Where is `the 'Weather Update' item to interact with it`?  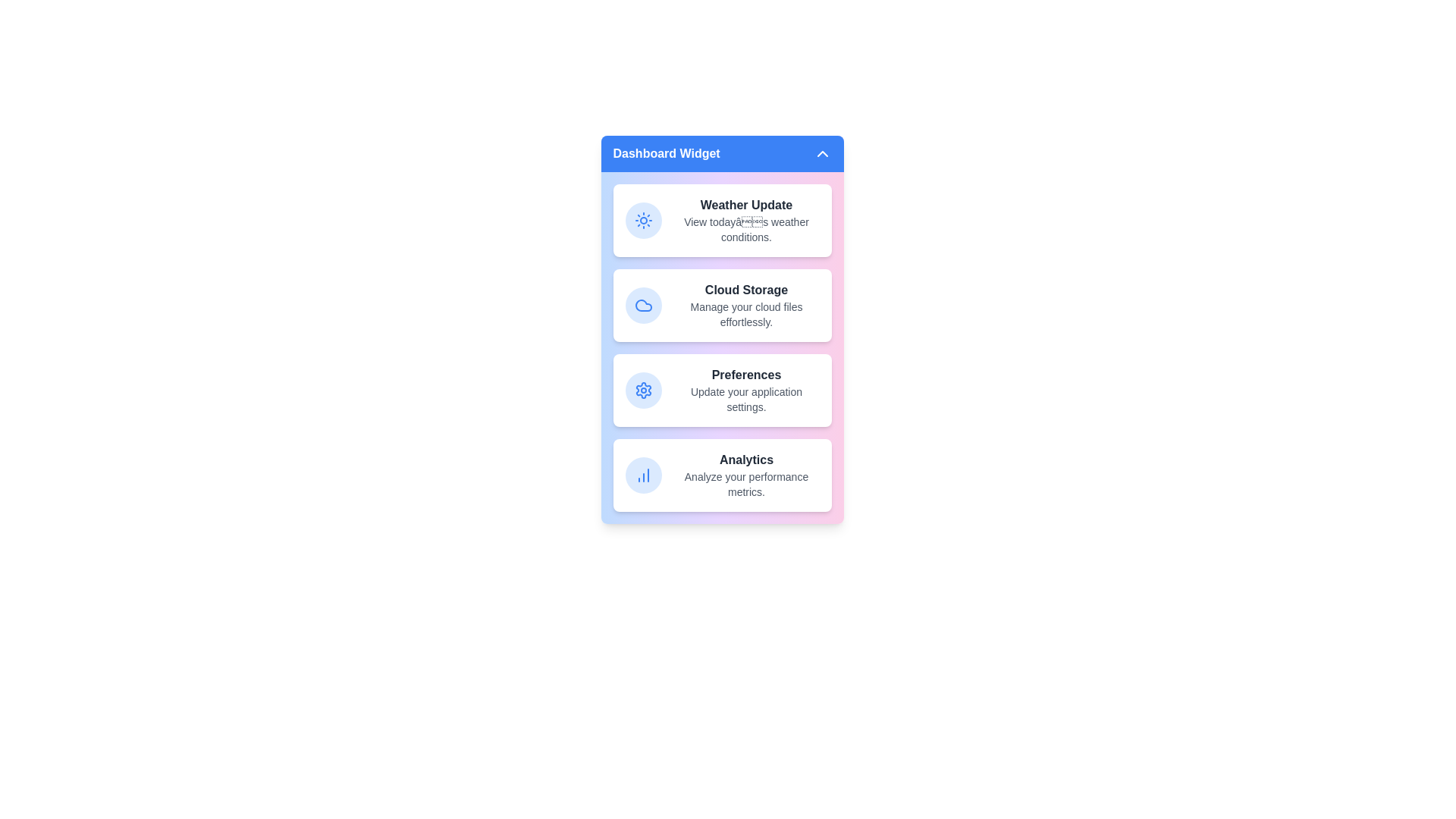
the 'Weather Update' item to interact with it is located at coordinates (721, 220).